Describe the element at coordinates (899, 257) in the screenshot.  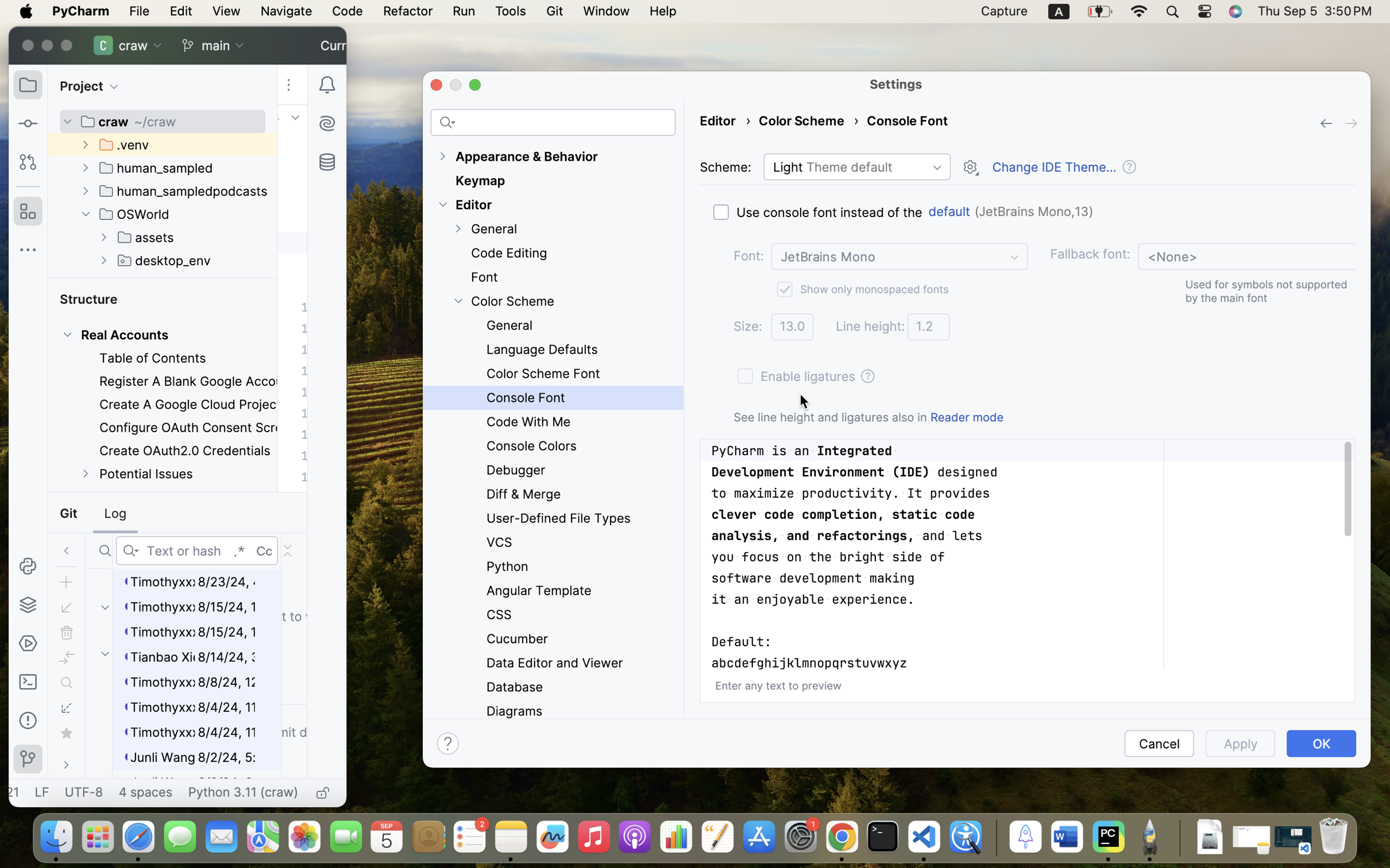
I see `'JetBrains Mono'` at that location.